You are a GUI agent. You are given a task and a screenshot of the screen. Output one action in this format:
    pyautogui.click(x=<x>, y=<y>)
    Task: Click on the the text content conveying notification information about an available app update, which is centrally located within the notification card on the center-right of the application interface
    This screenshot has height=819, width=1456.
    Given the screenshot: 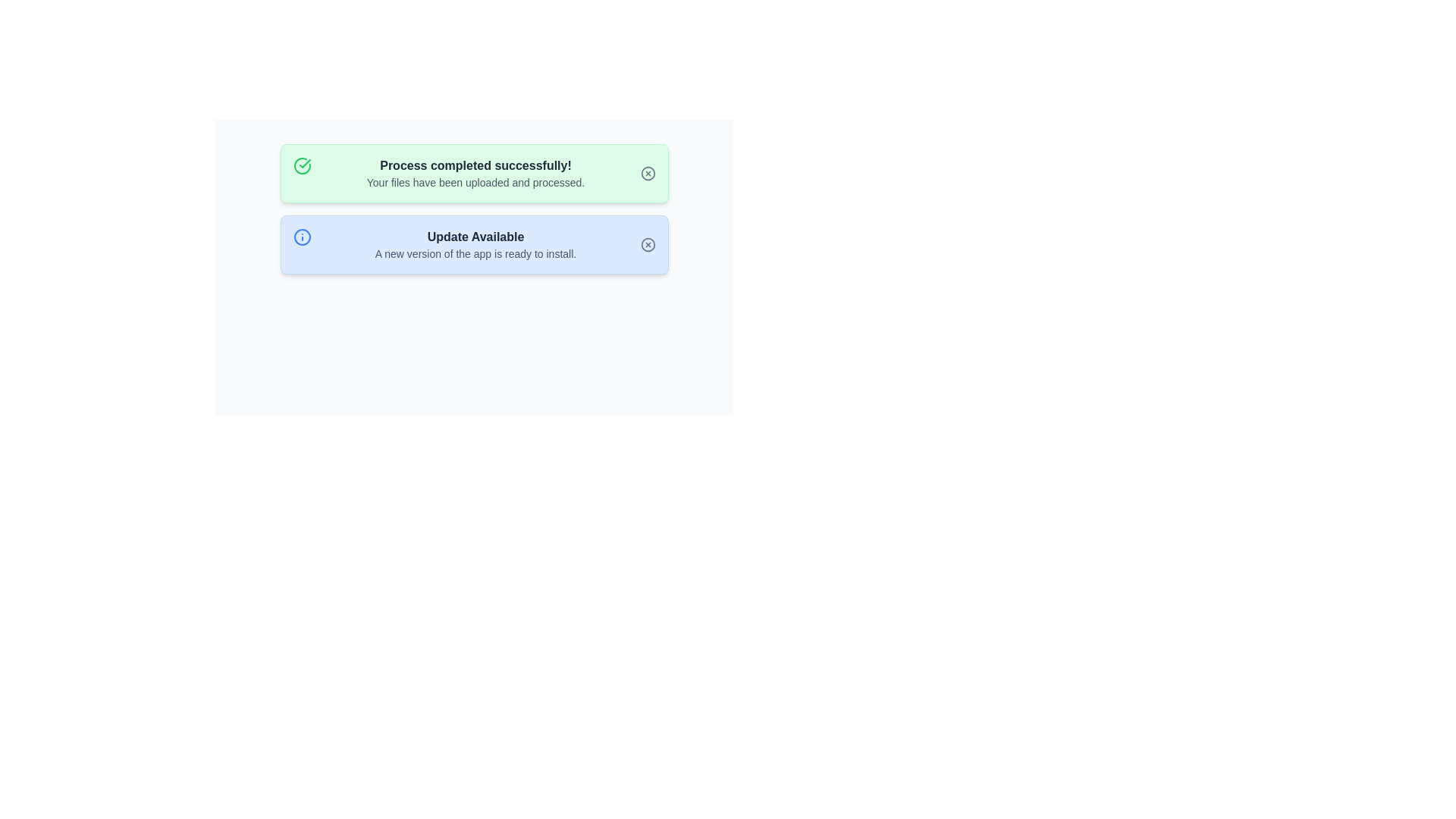 What is the action you would take?
    pyautogui.click(x=475, y=244)
    